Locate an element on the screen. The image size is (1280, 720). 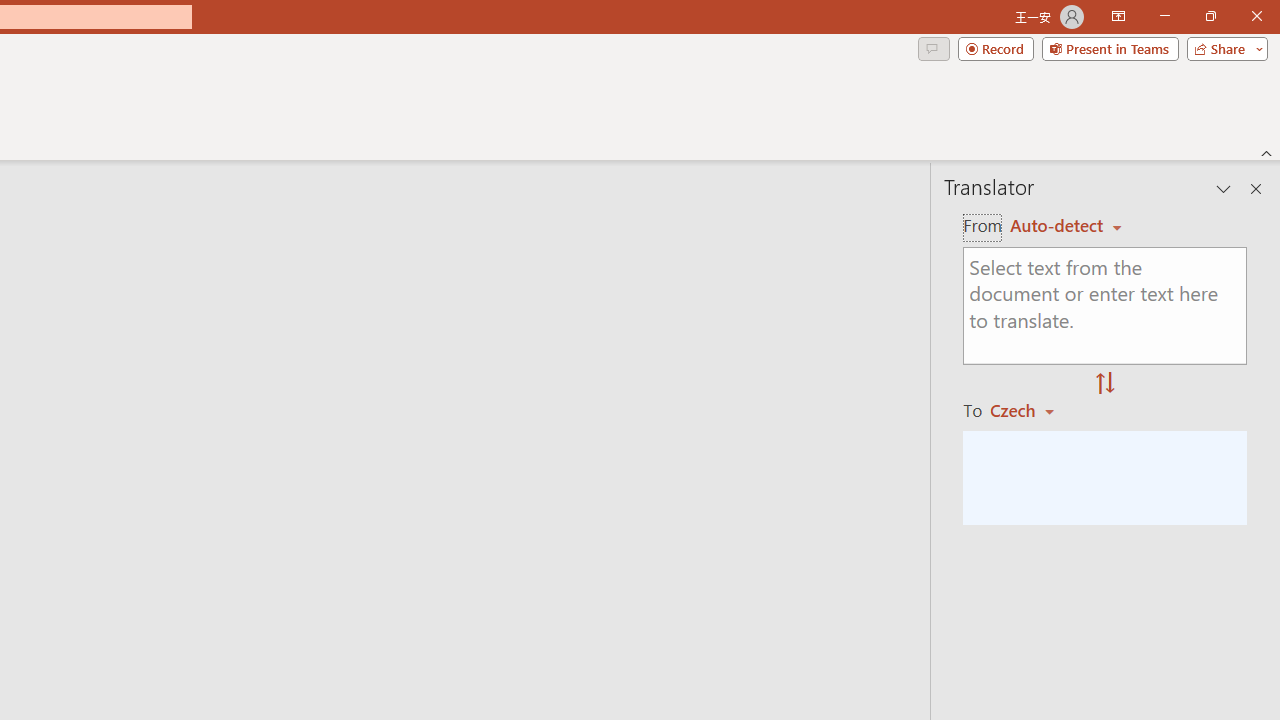
'Czech' is located at coordinates (1031, 409).